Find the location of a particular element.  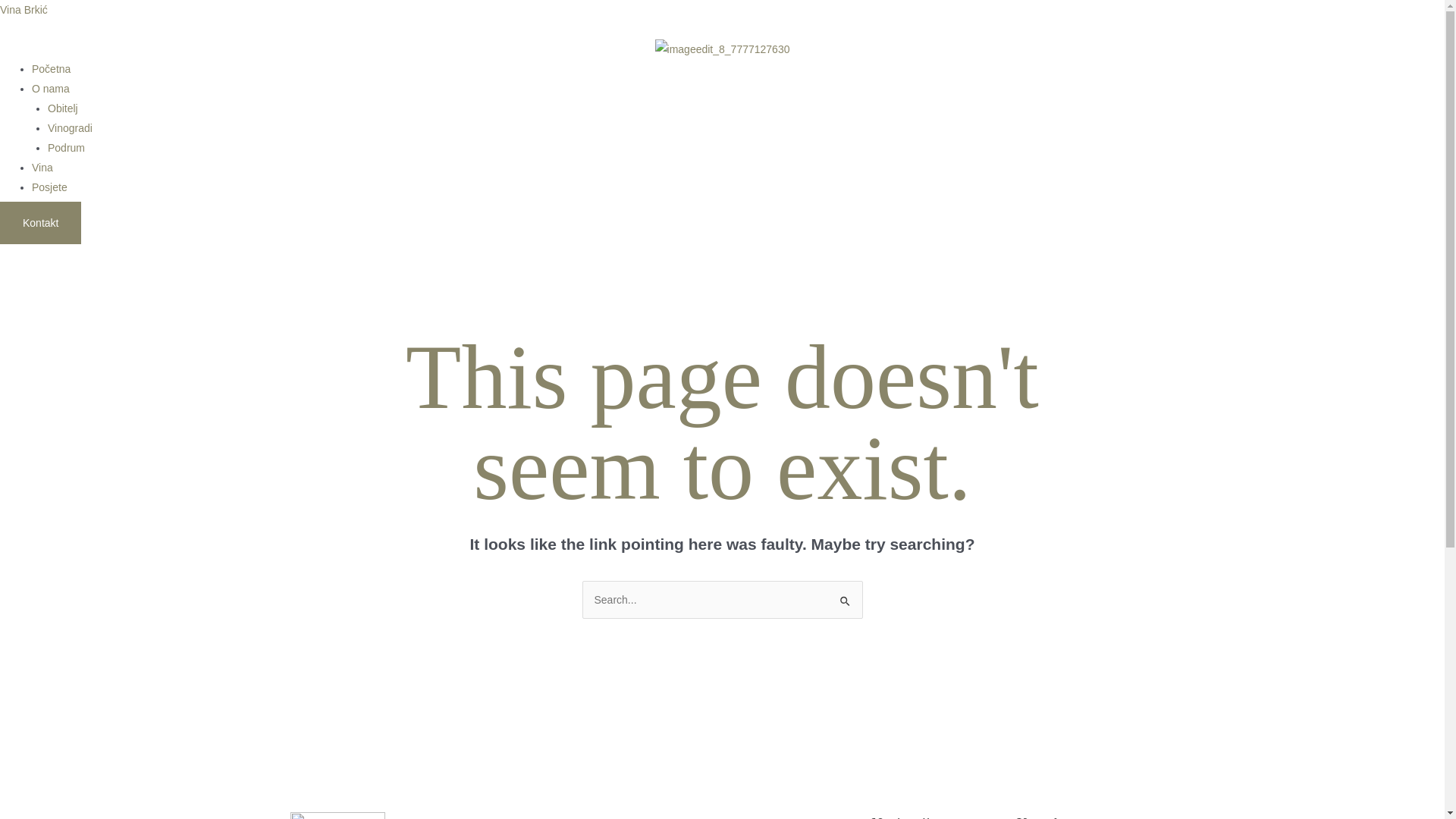

'Kontakt' is located at coordinates (0, 222).